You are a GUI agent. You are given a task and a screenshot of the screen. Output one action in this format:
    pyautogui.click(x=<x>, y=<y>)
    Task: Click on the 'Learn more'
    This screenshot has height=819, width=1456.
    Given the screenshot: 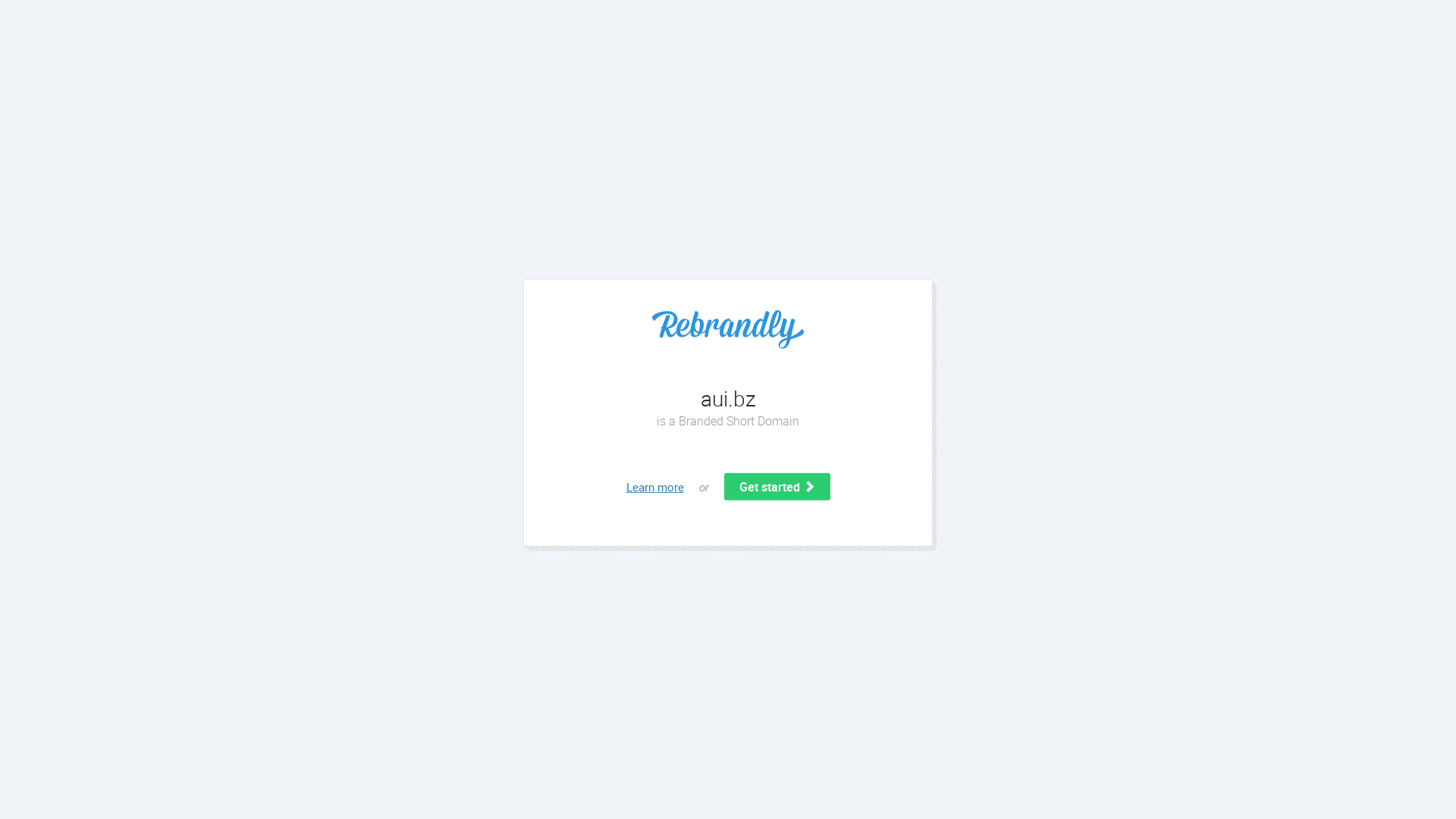 What is the action you would take?
    pyautogui.click(x=655, y=486)
    